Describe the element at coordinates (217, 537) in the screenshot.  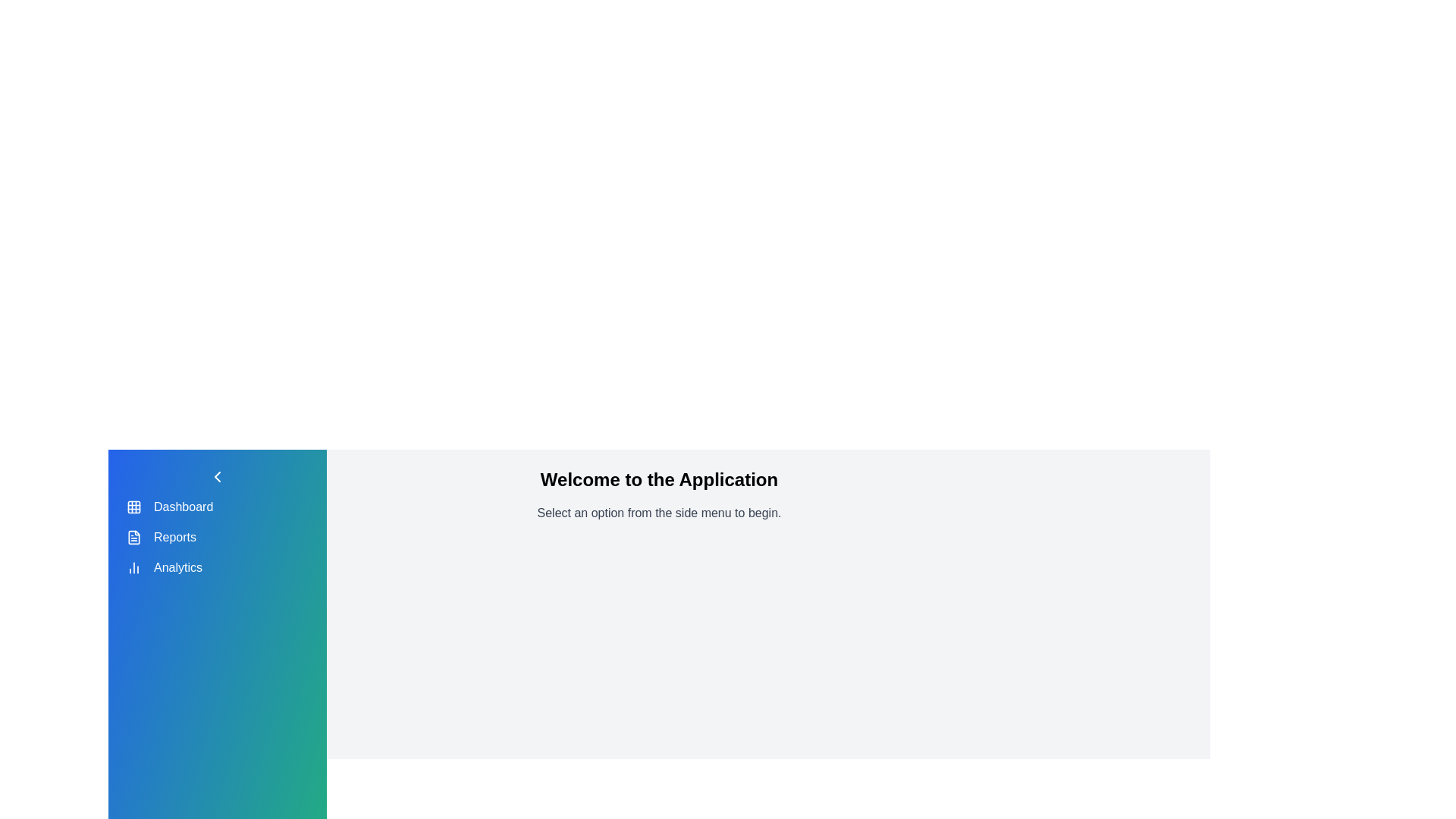
I see `the menu item Reports from the sidebar` at that location.